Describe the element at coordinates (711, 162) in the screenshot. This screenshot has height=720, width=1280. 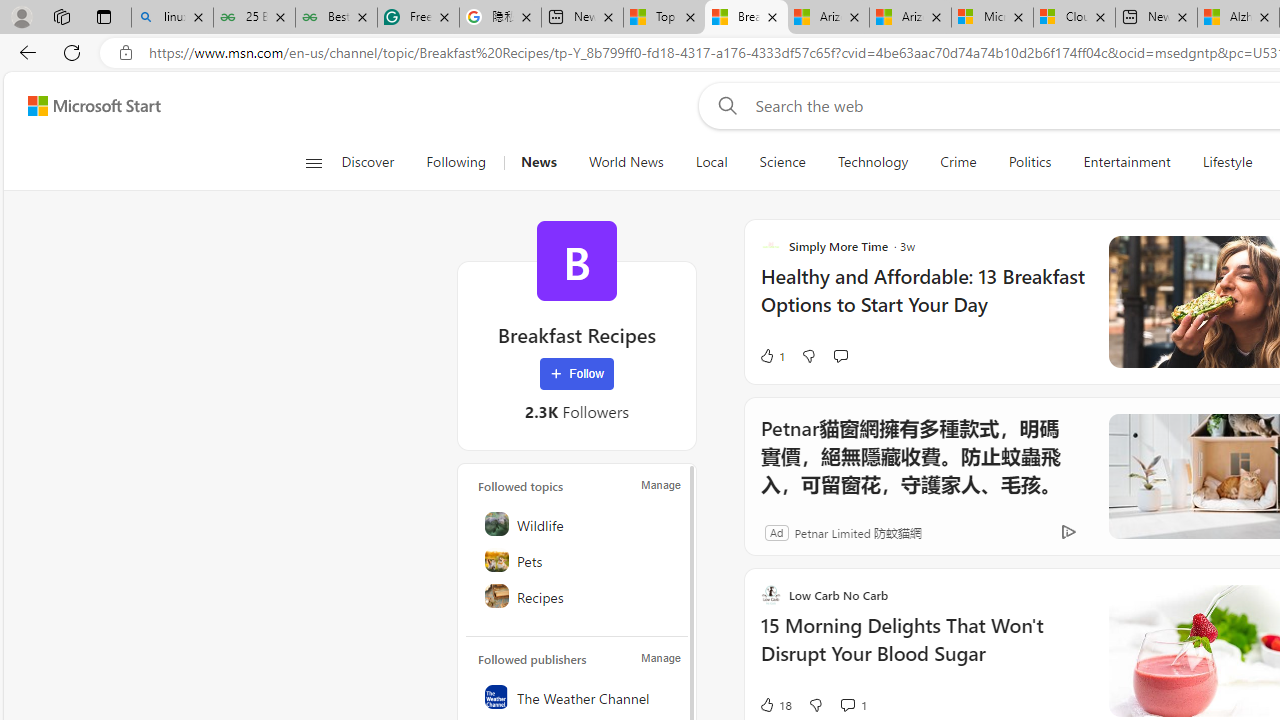
I see `'Local'` at that location.